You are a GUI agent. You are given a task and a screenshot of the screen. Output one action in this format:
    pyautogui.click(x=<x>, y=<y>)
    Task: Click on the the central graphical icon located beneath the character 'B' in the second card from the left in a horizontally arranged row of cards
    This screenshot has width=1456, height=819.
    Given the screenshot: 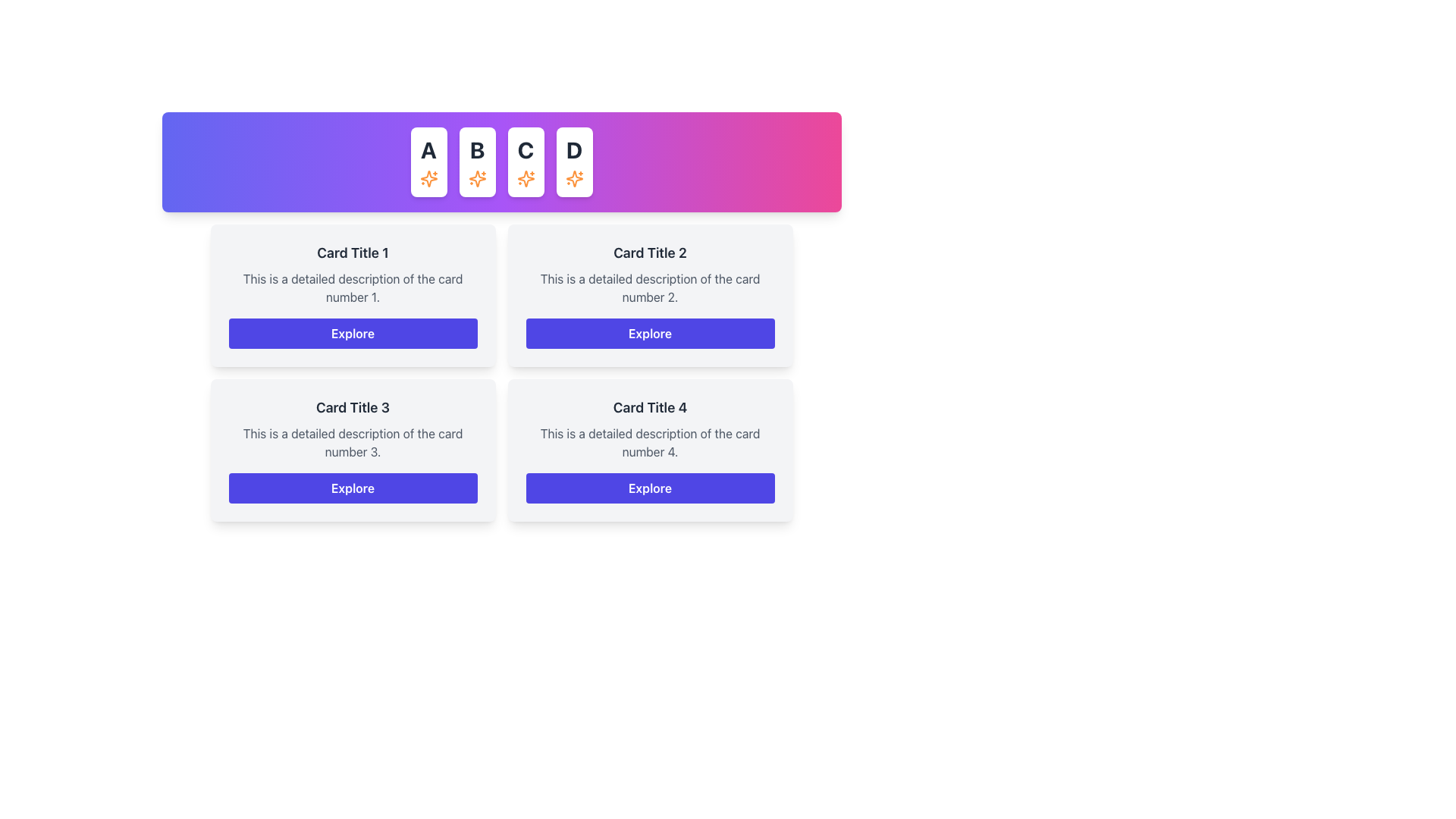 What is the action you would take?
    pyautogui.click(x=476, y=177)
    